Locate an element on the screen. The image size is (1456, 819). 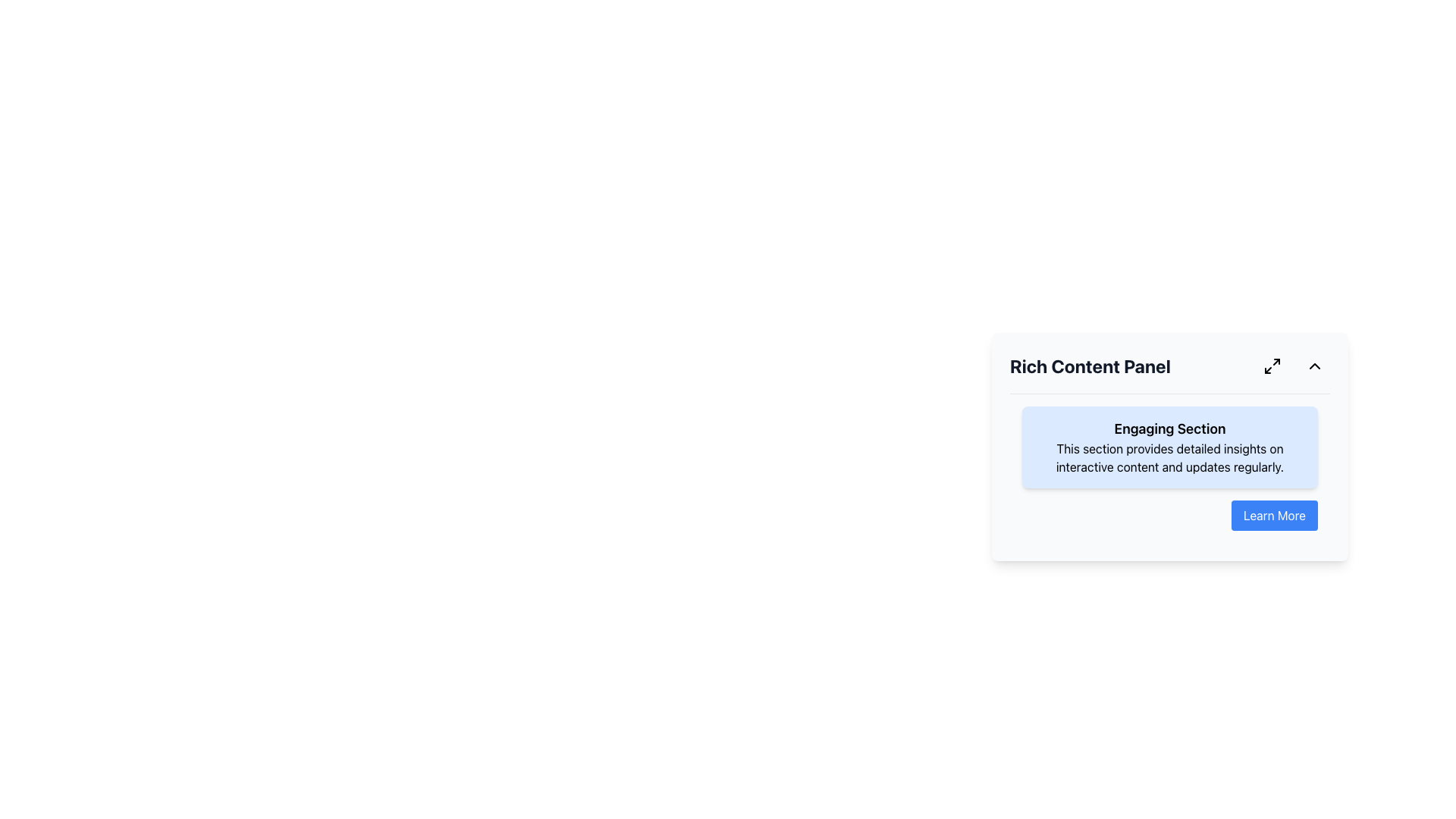
the diagonal arrow icon button located at the top right of the 'Rich Content Panel' is located at coordinates (1272, 366).